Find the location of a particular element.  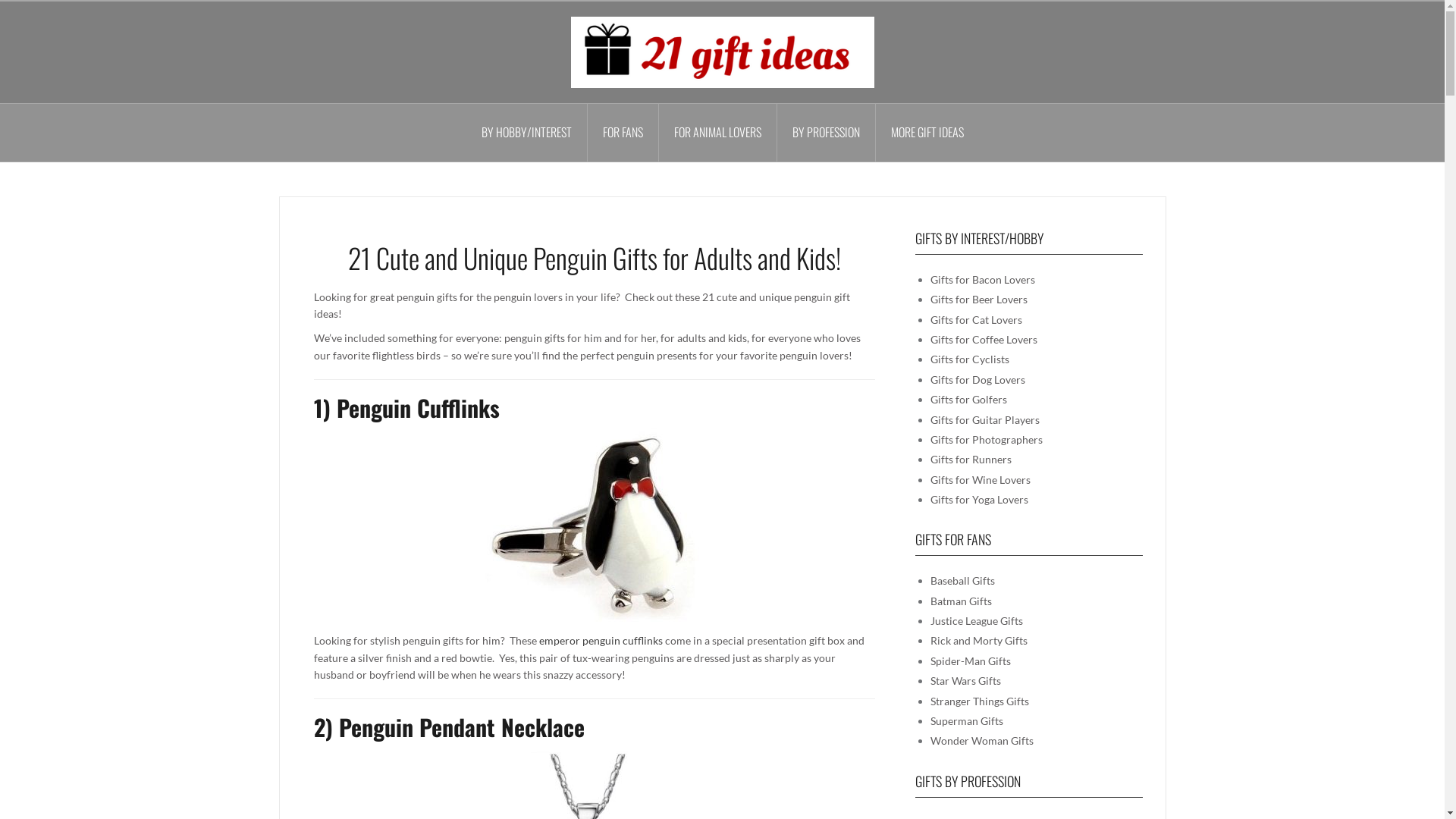

'Gifts for Coffee Lovers' is located at coordinates (983, 338).